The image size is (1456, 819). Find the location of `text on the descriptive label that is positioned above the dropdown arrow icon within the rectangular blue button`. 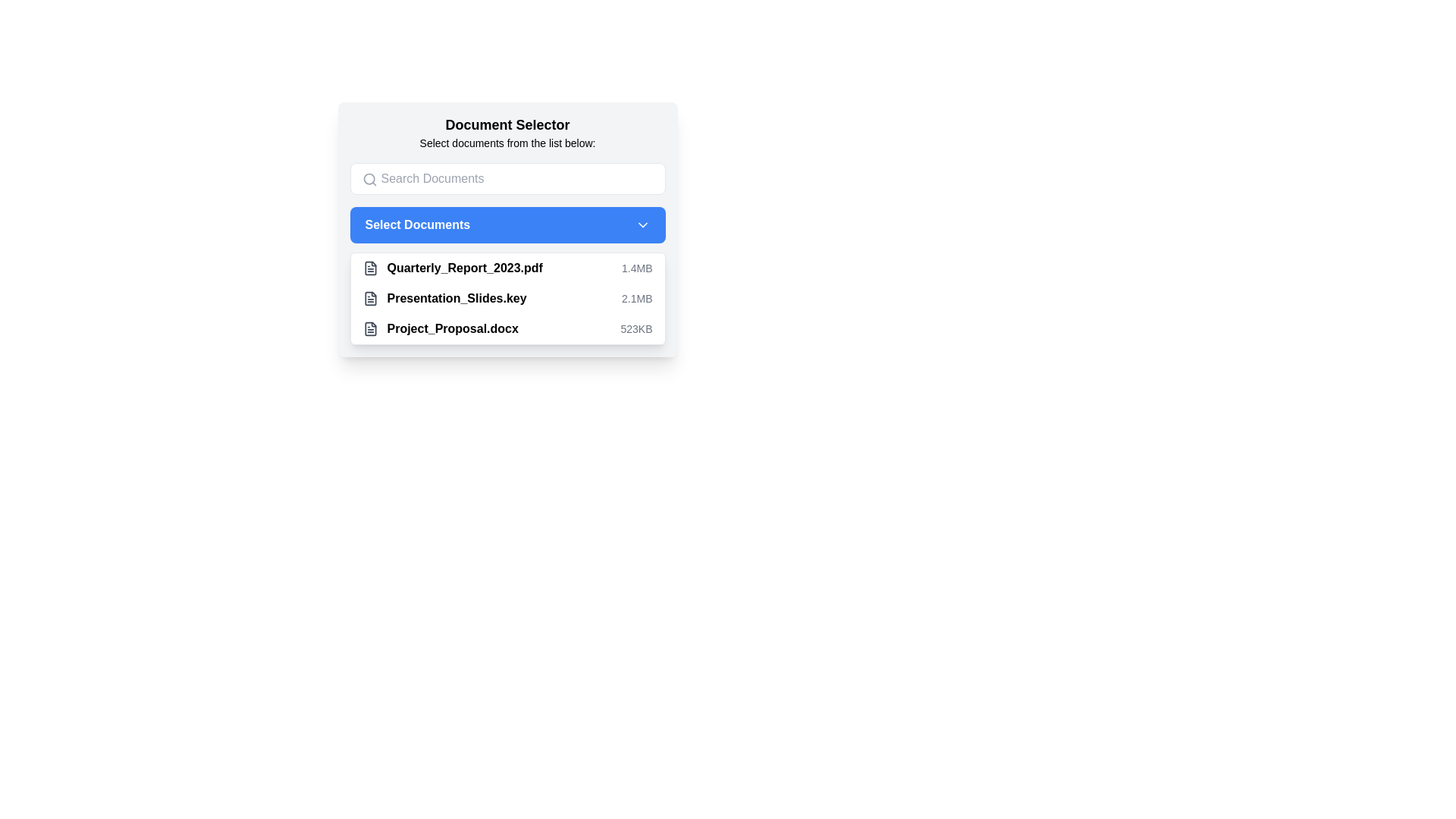

text on the descriptive label that is positioned above the dropdown arrow icon within the rectangular blue button is located at coordinates (417, 225).